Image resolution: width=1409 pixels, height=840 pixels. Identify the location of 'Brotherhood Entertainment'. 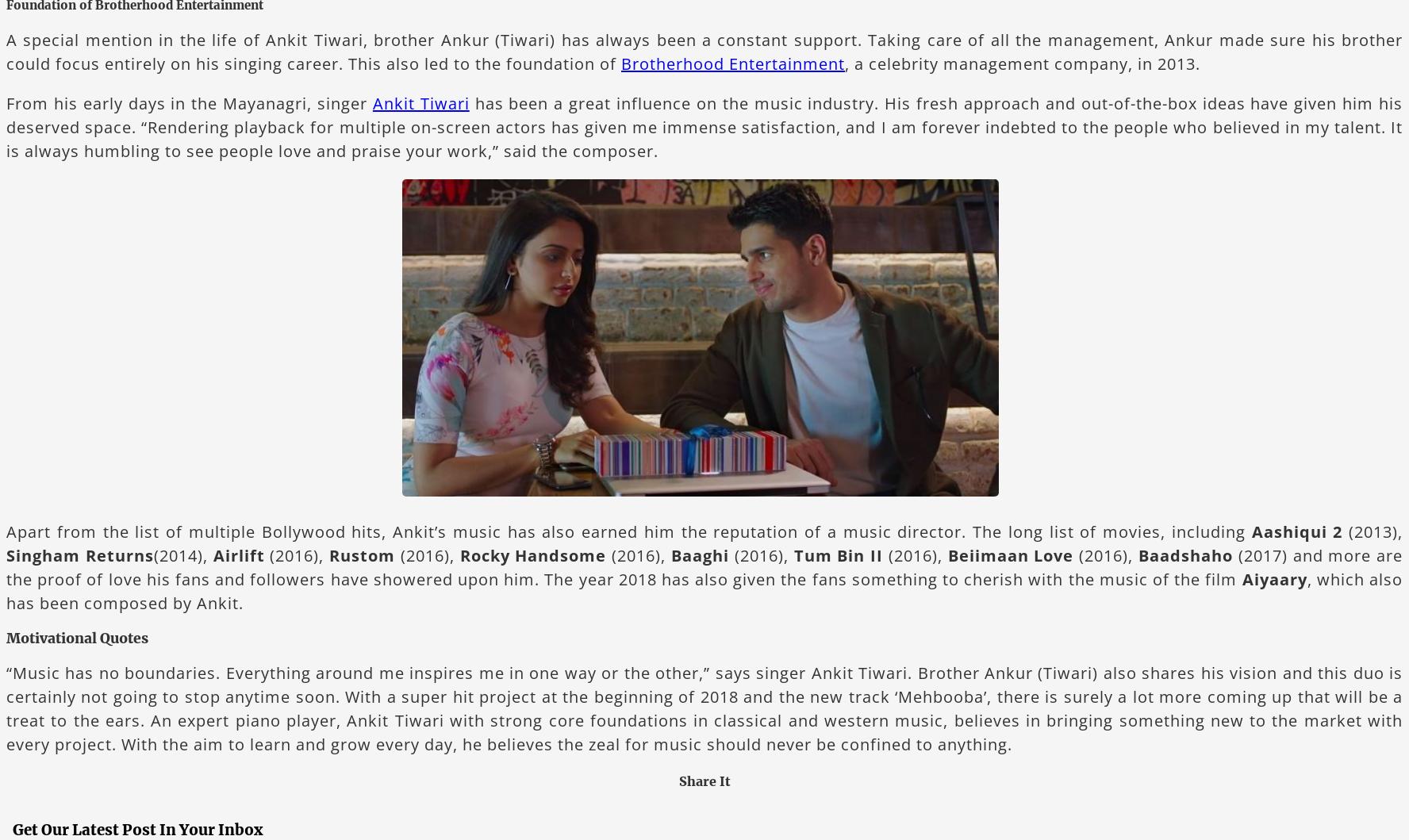
(620, 63).